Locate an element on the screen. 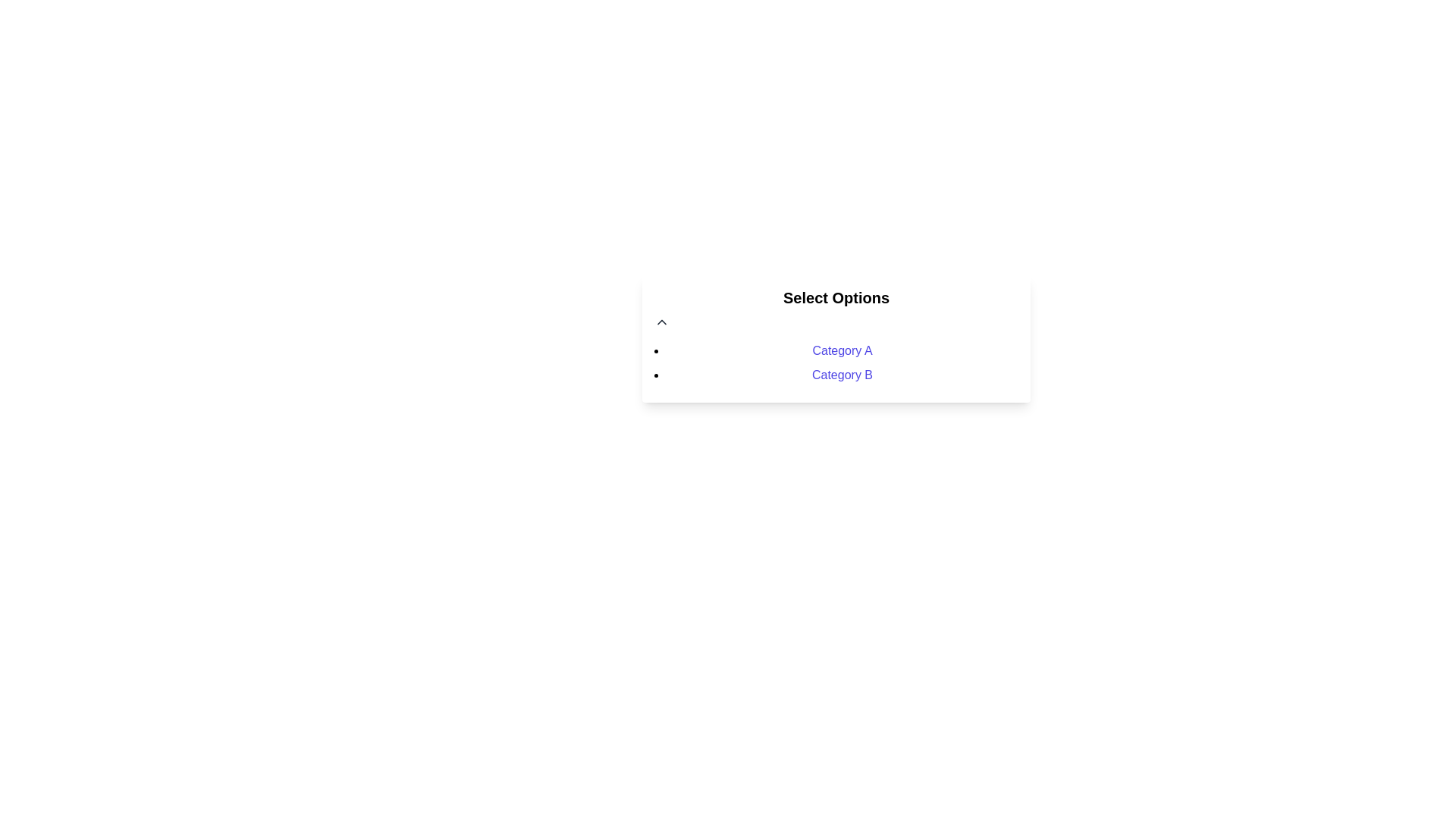  the 'Category B' hyperlink, which is styled in blue with an underline on hover, located as the second item under 'Select Options' is located at coordinates (841, 375).